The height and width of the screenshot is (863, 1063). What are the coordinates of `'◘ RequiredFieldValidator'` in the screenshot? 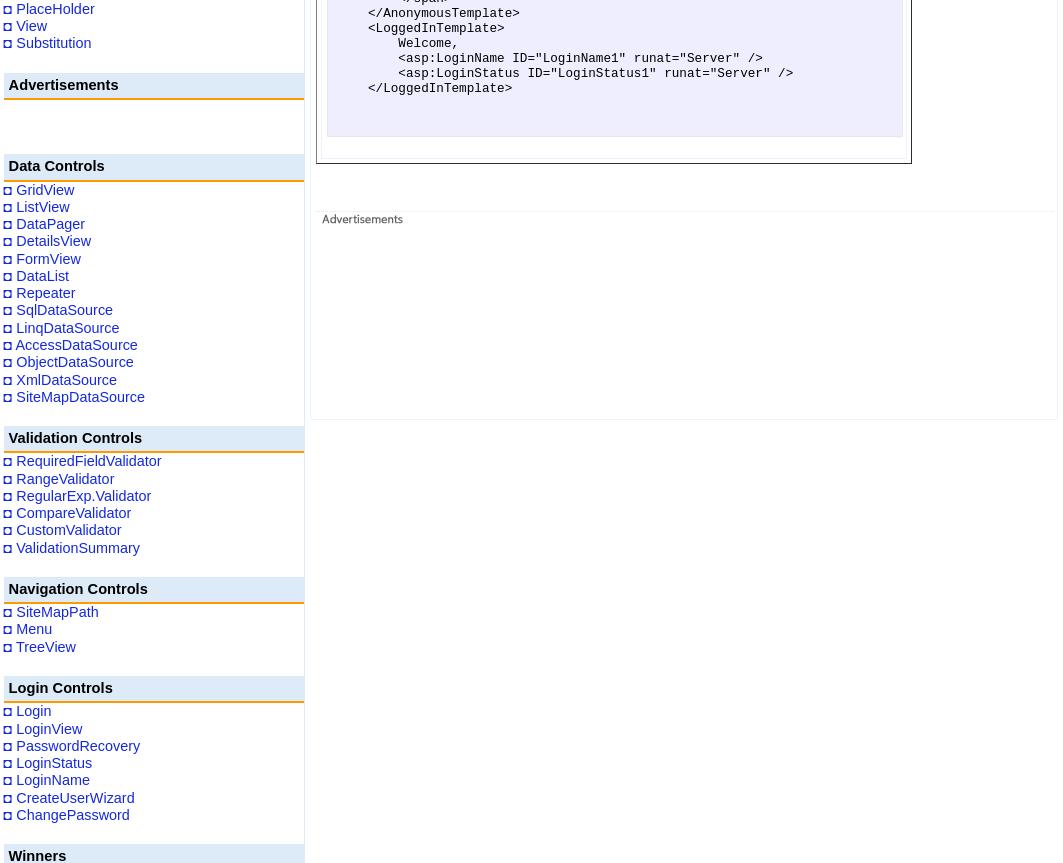 It's located at (81, 460).